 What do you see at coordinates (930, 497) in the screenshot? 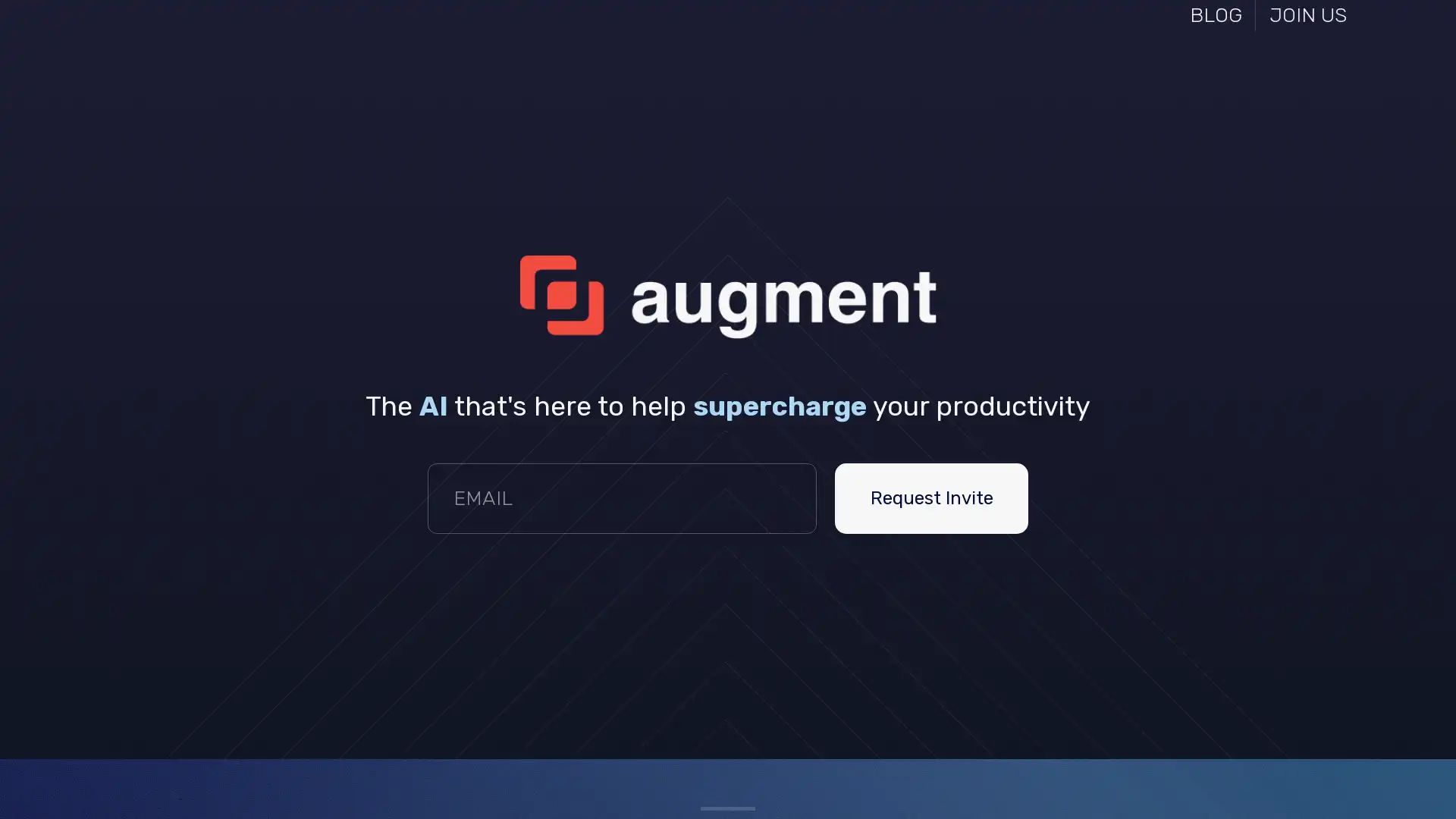
I see `Request Invite` at bounding box center [930, 497].